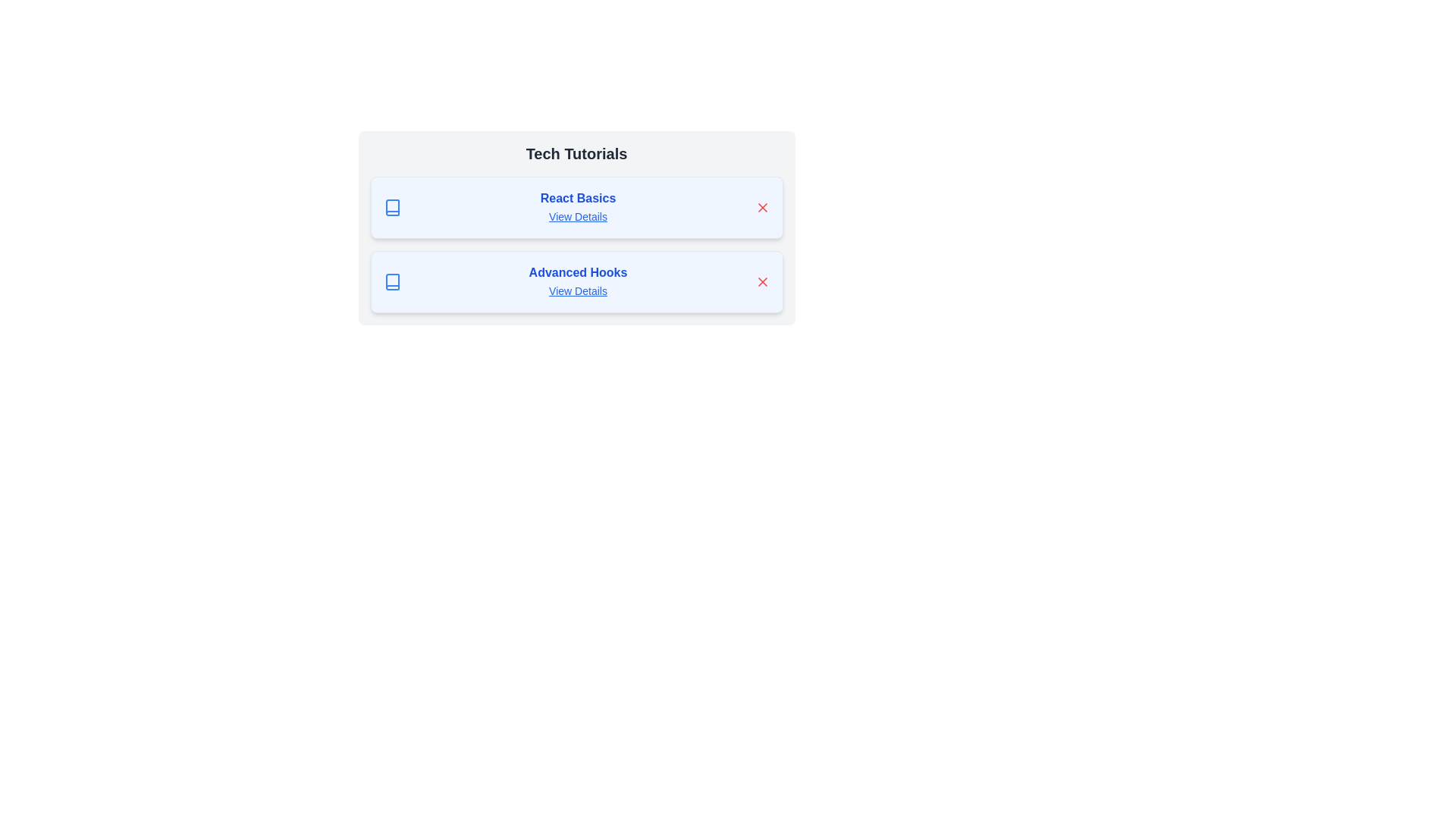 The height and width of the screenshot is (819, 1456). I want to click on the 'View Details' button for the chip labeled 'Advanced Hooks', so click(577, 291).